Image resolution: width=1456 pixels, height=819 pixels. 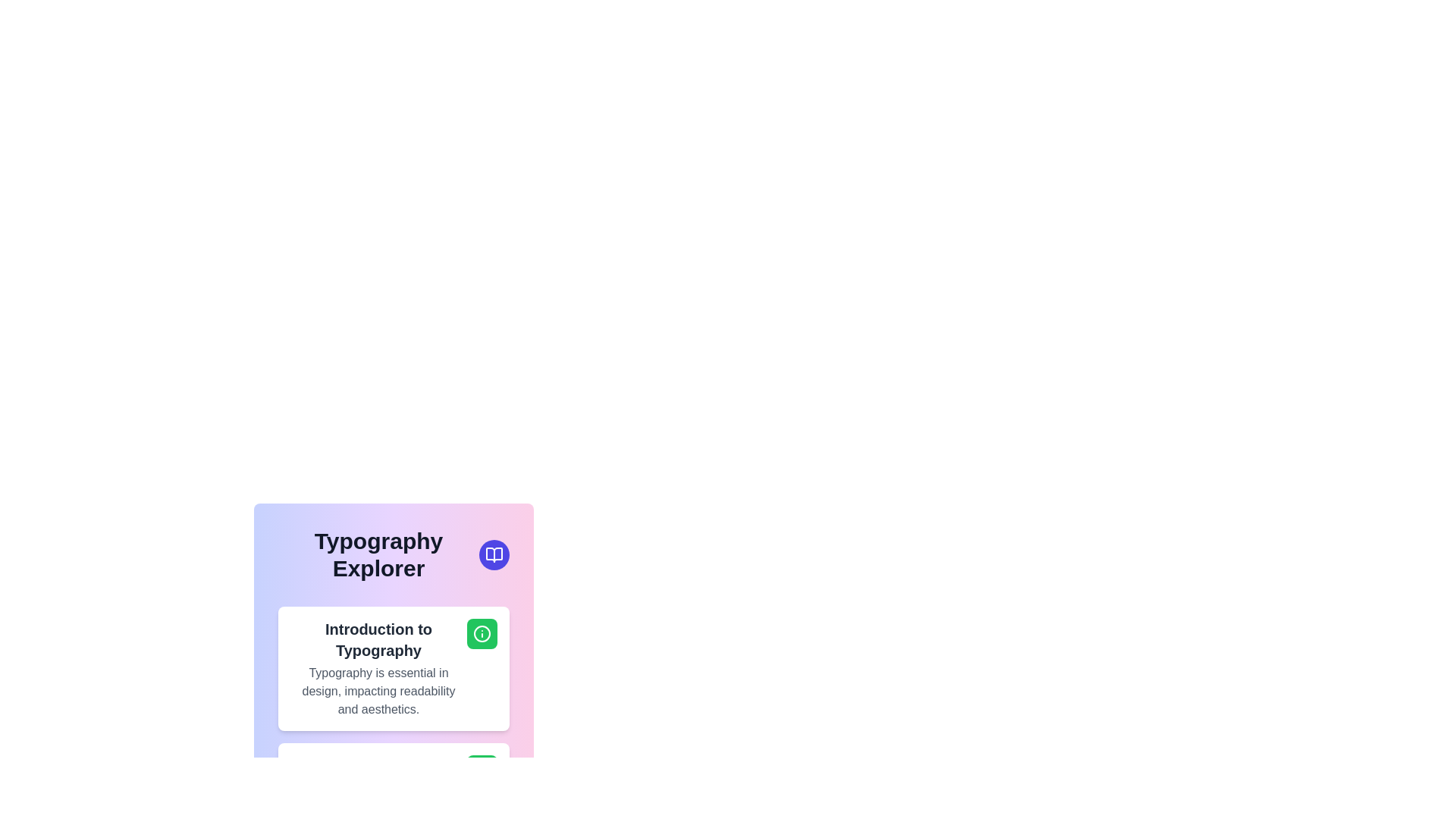 I want to click on the interactive reading icon located in the top-right corner of the 'Typography Explorer' component, so click(x=494, y=555).